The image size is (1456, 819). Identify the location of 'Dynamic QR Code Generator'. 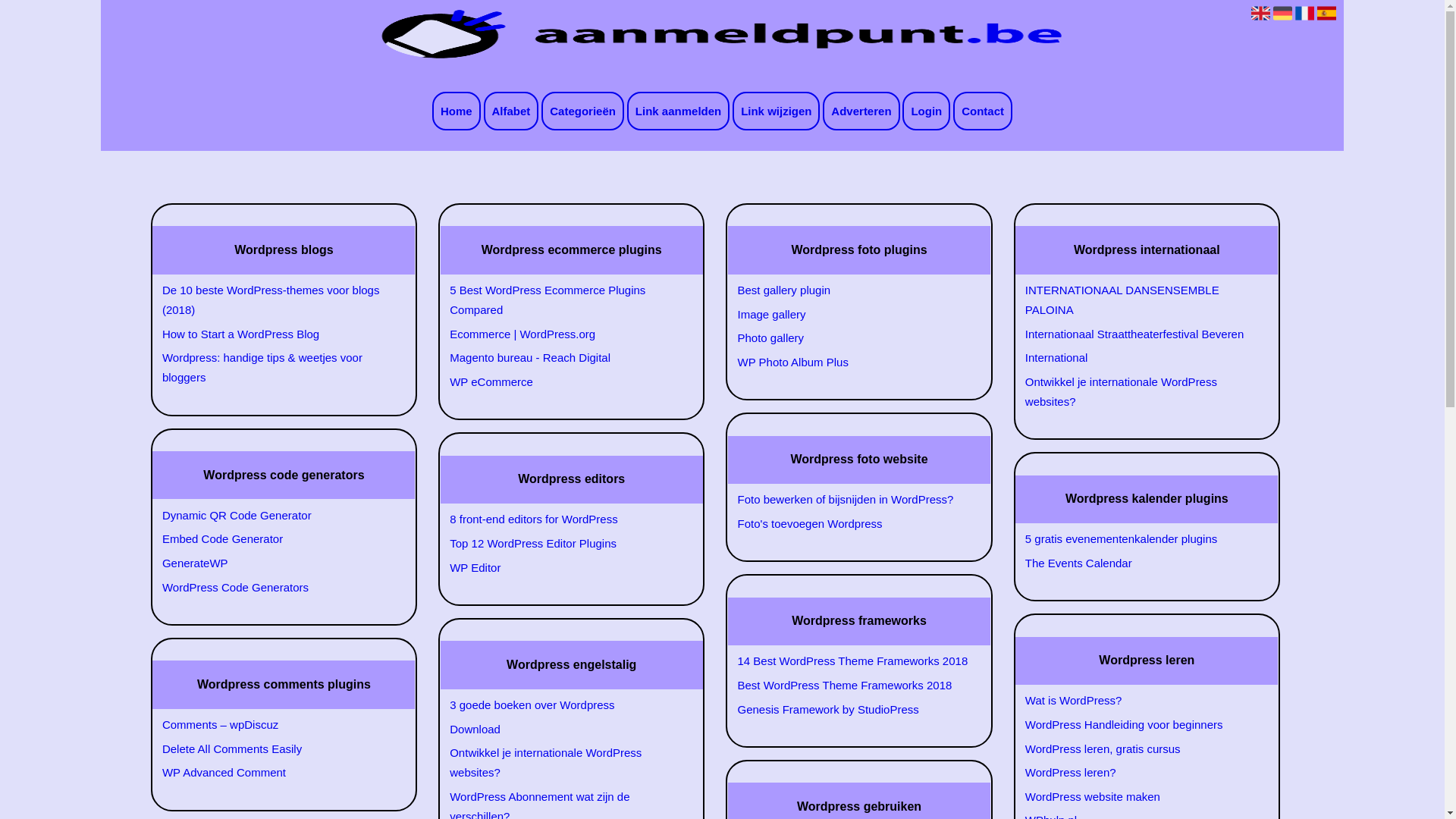
(275, 514).